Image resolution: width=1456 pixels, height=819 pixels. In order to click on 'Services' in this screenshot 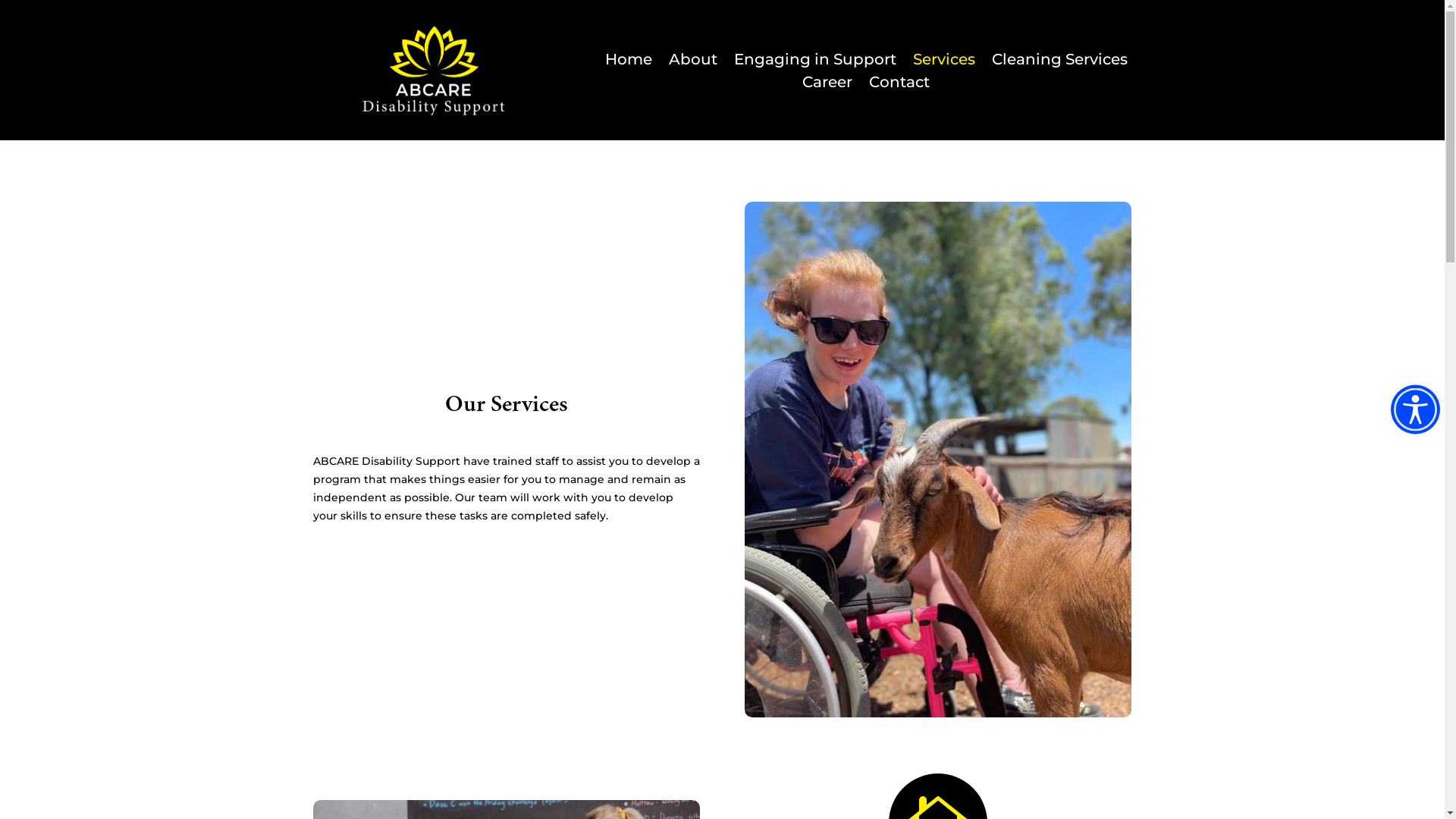, I will do `click(912, 61)`.